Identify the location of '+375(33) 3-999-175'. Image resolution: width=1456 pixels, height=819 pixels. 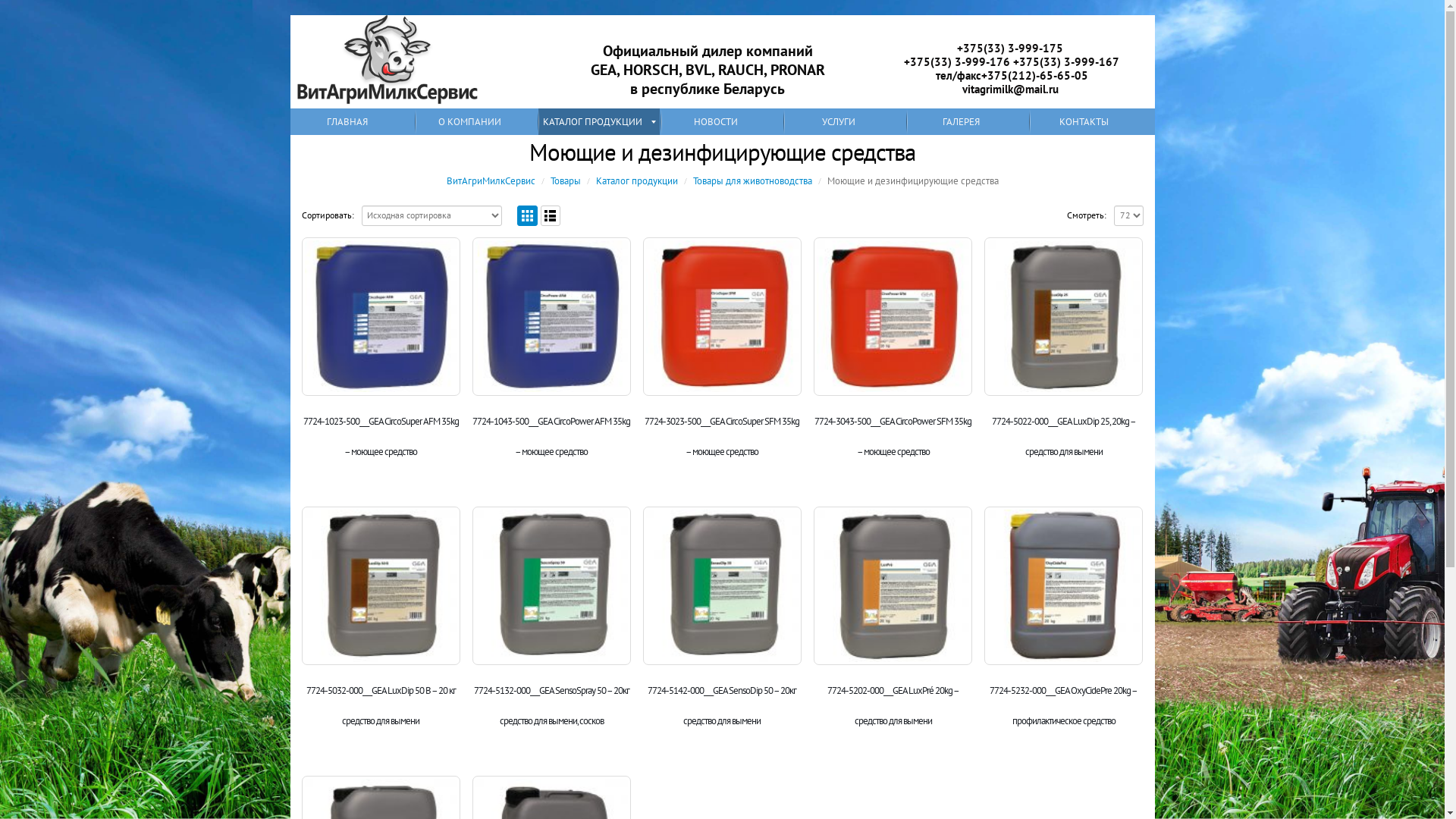
(1010, 47).